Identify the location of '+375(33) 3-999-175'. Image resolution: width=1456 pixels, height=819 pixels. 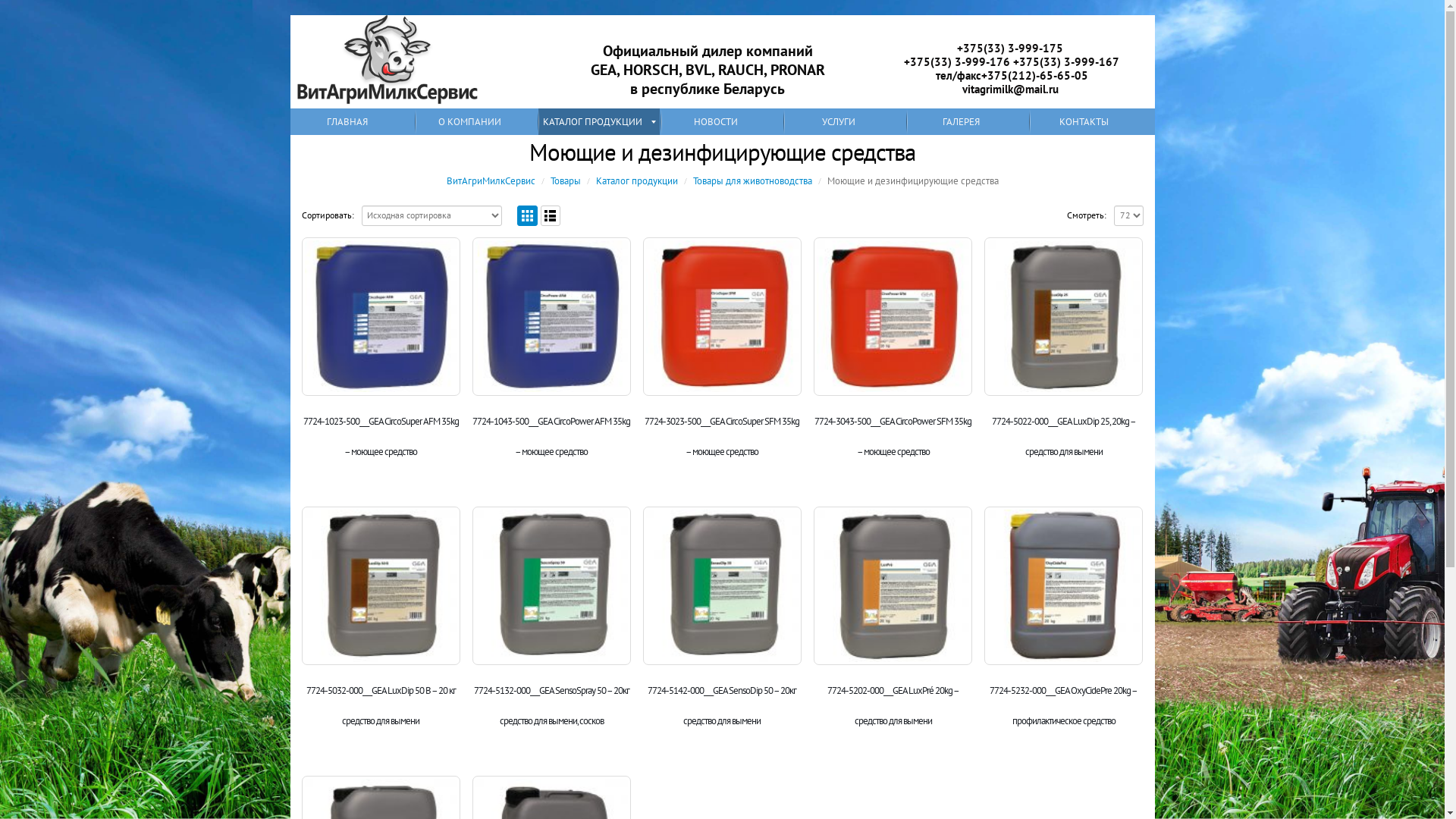
(1010, 47).